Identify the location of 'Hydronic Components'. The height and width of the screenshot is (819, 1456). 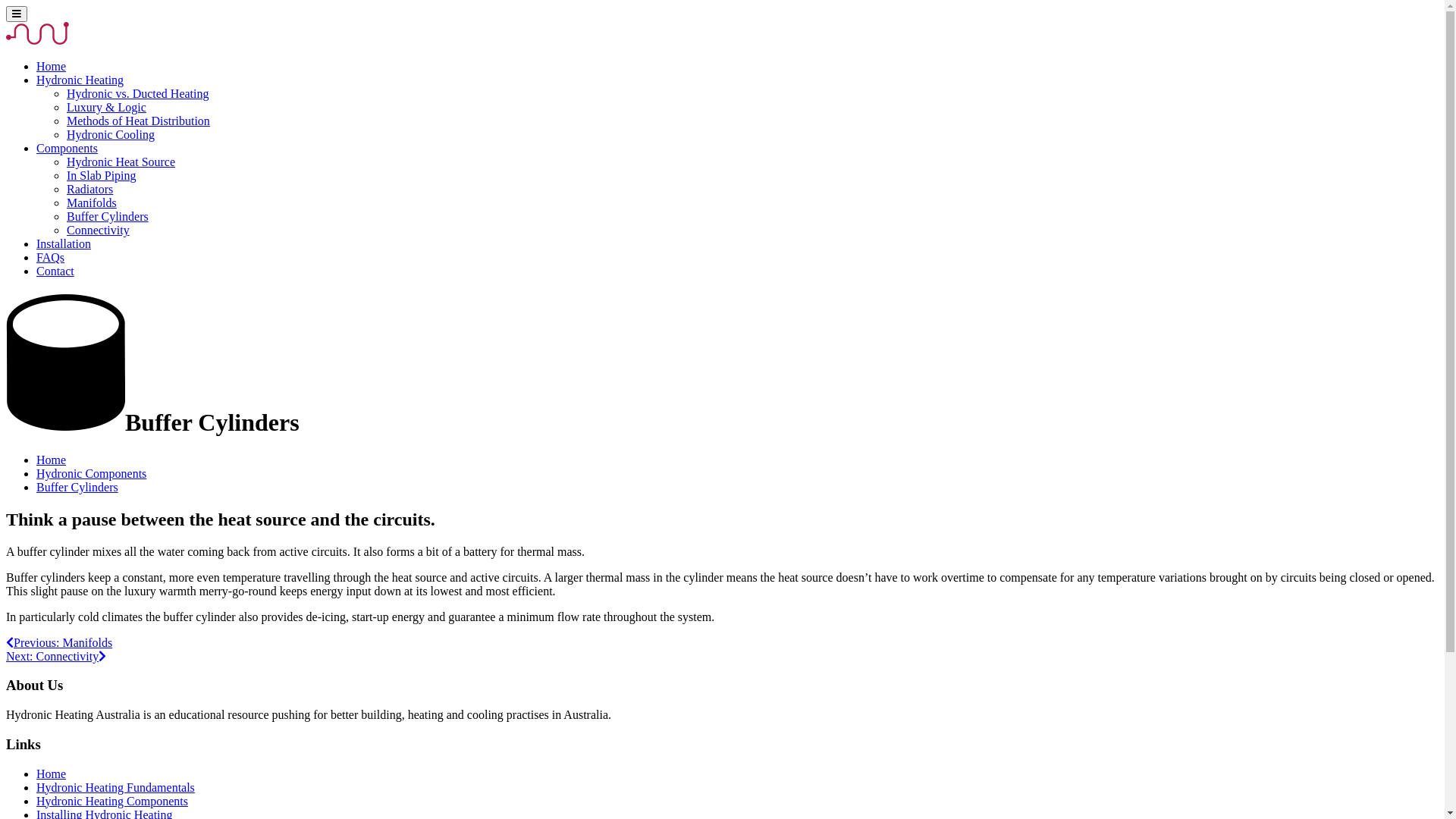
(90, 472).